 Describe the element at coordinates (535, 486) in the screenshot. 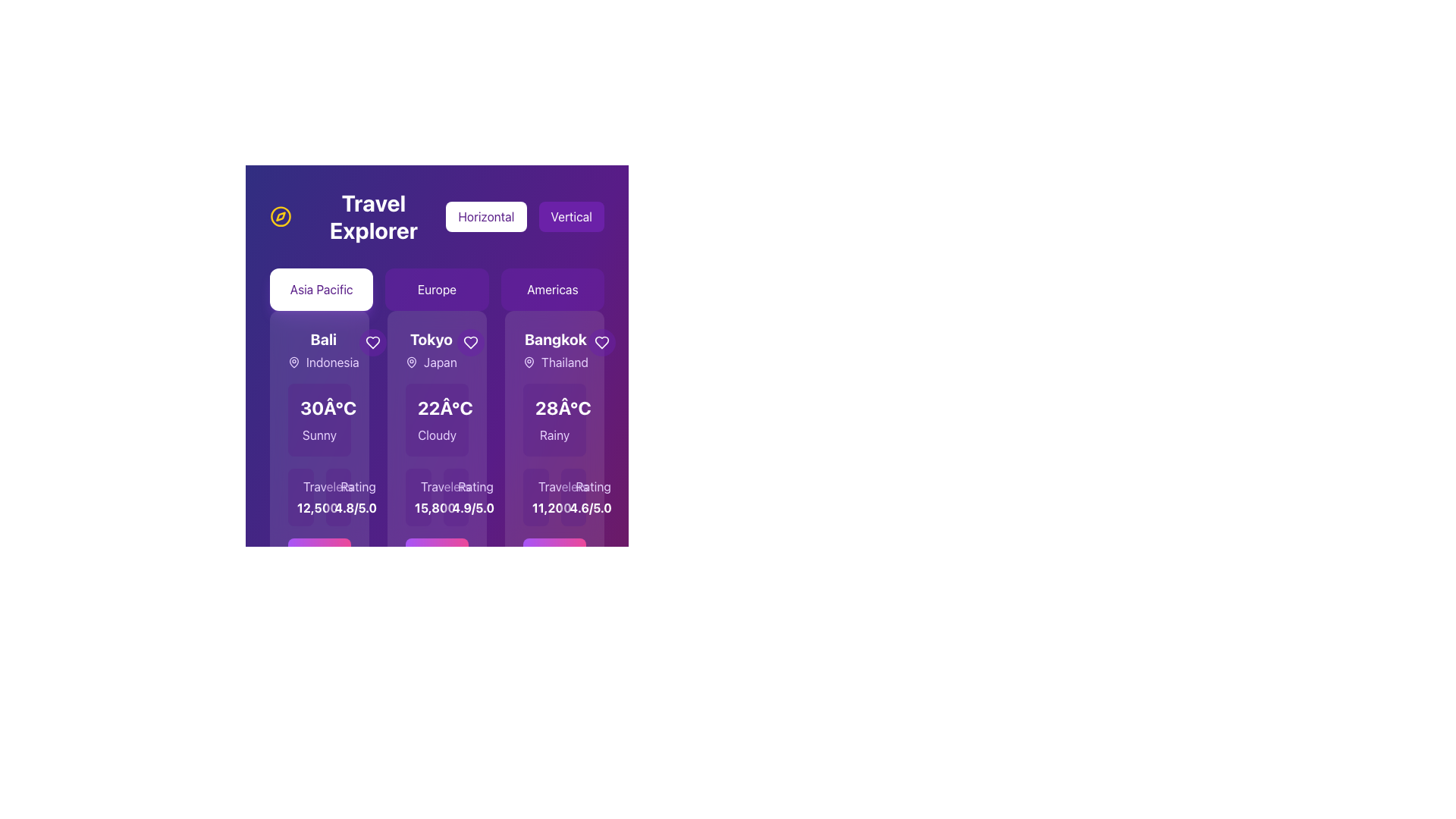

I see `the 'Travelers' label and icon element, which features the word 'Travelers' in light purple text beside an icon of three human figures, located at the top of the 'Travelers' section in the 'Bangkok' column` at that location.